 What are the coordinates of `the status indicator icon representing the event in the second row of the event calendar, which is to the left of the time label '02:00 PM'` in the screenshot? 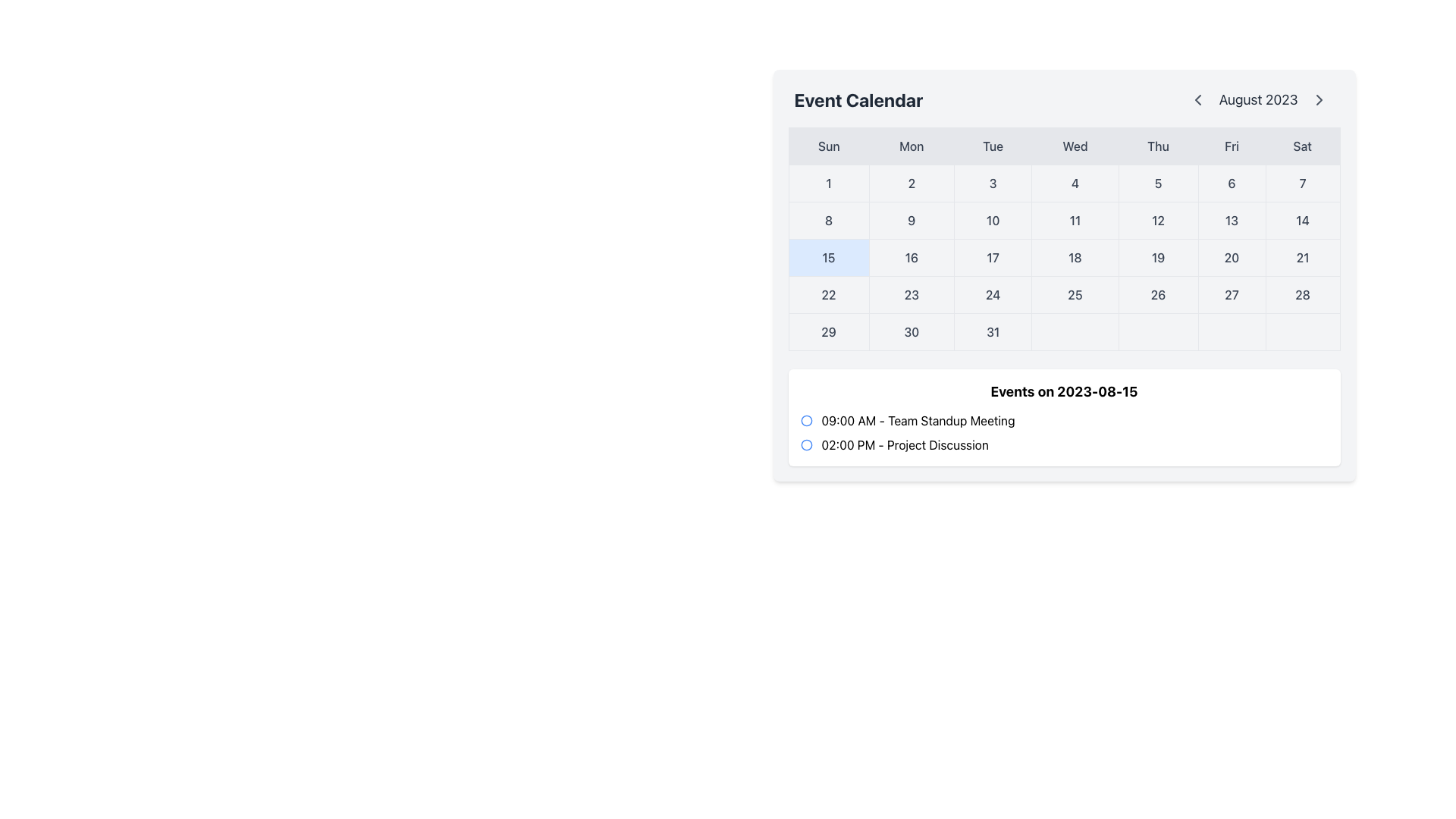 It's located at (805, 444).